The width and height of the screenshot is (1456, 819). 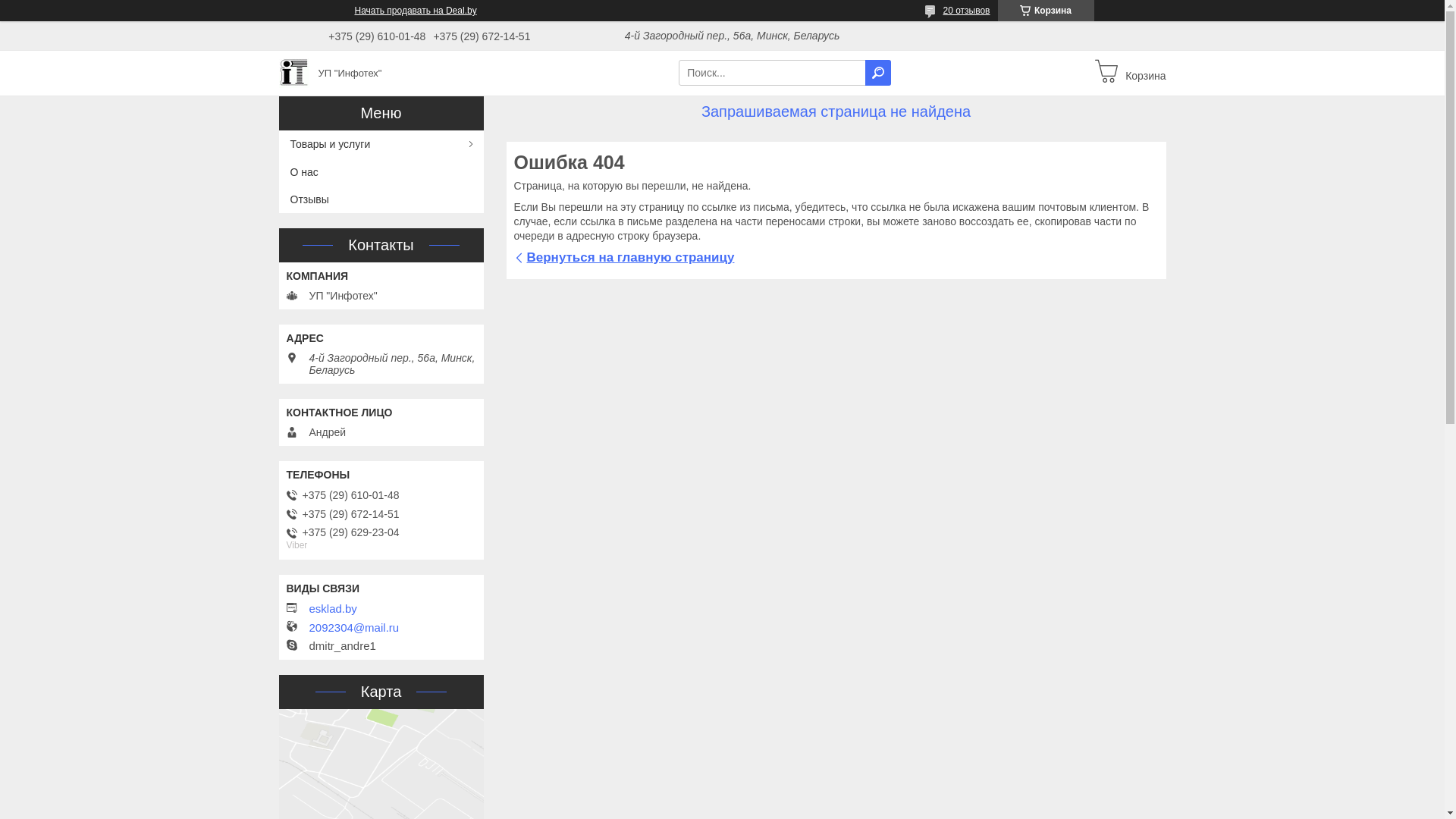 I want to click on '2092304@mail.ru', so click(x=353, y=628).